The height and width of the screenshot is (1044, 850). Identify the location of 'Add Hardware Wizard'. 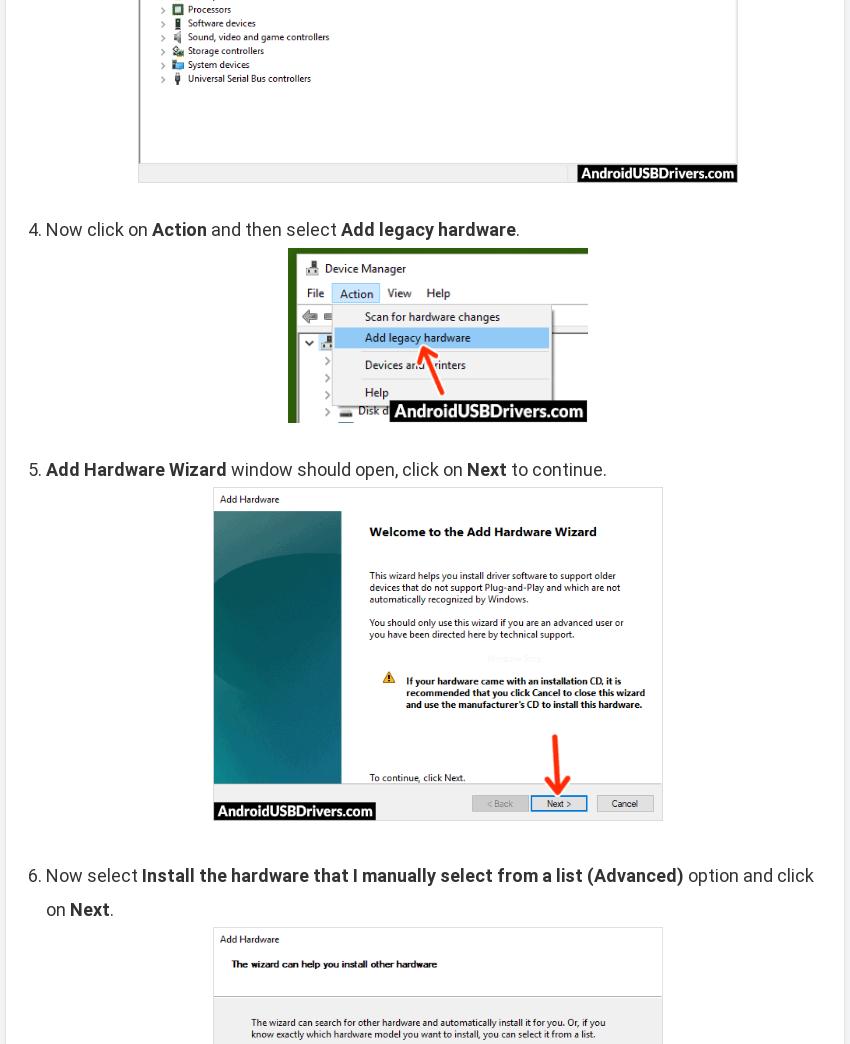
(136, 469).